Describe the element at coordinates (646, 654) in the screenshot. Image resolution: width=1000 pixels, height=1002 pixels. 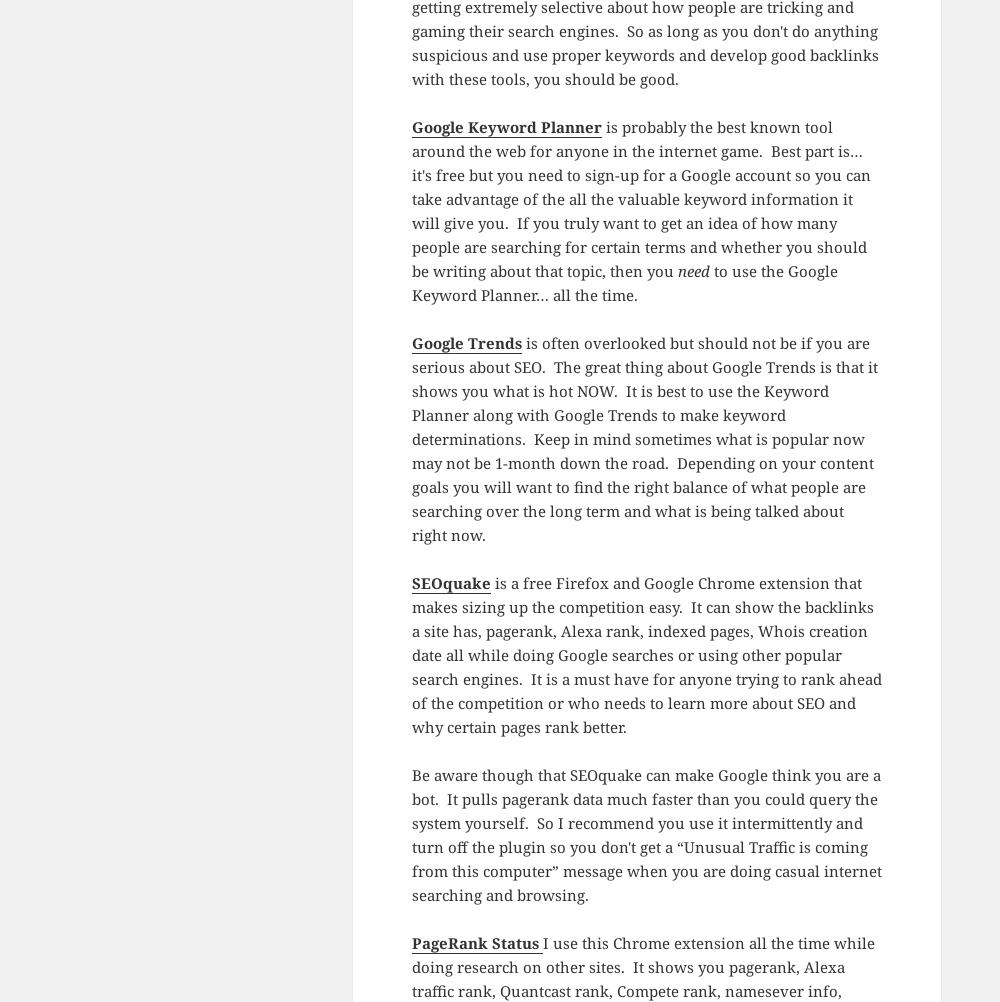
I see `'is a free Firefox and Google Chrome extension that makes sizing up the competition easy.  It can show the backlinks a site has, pagerank, Alexa rank, indexed pages, Whois creation date all while doing Google searches or using other popular search engines.  It is a must have for anyone trying to rank ahead of the competition or who needs to learn more about SEO and why certain pages rank better.'` at that location.